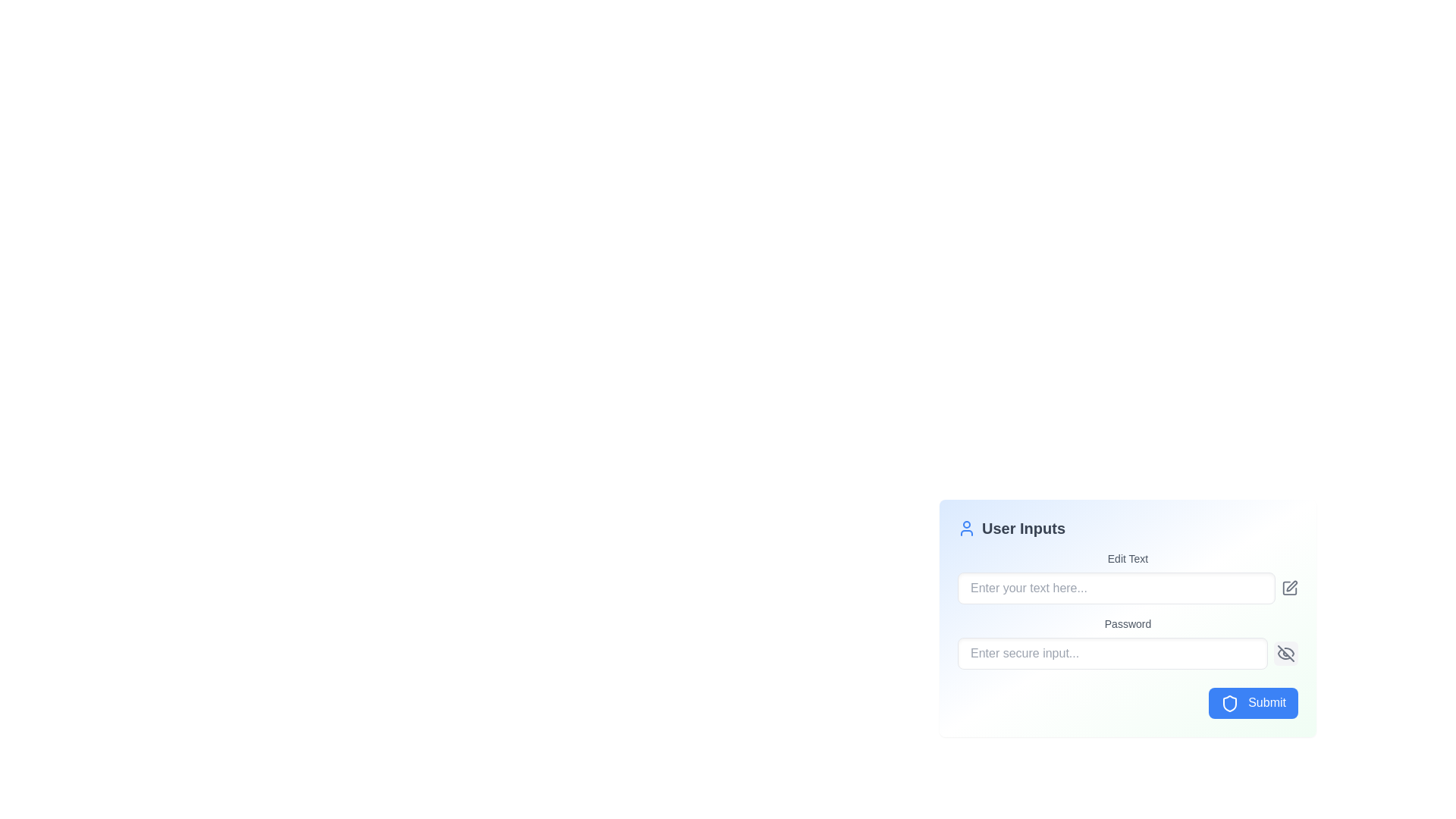 The height and width of the screenshot is (819, 1456). I want to click on the circular gray button with an eye icon and a diagonal line crossing through it, so click(1285, 652).